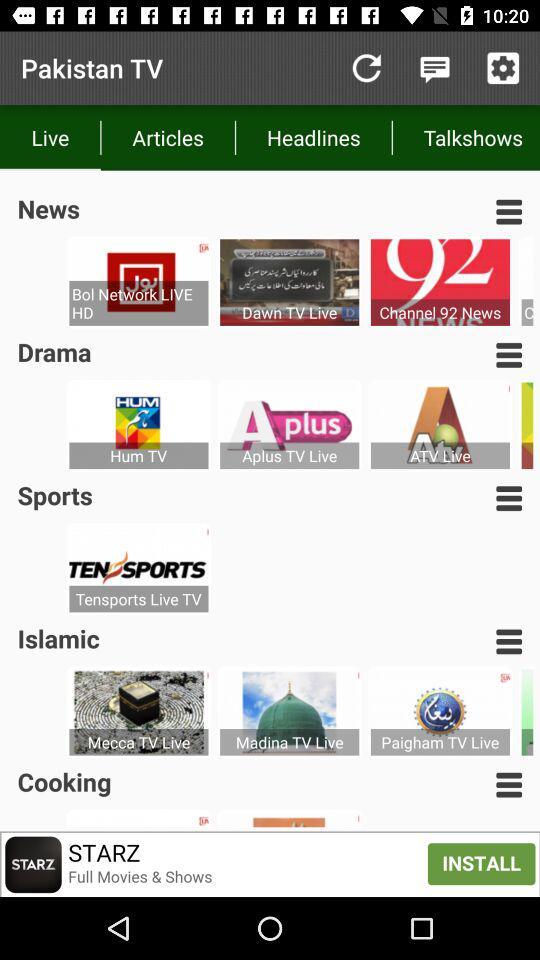 The width and height of the screenshot is (540, 960). I want to click on refress the page, so click(365, 68).